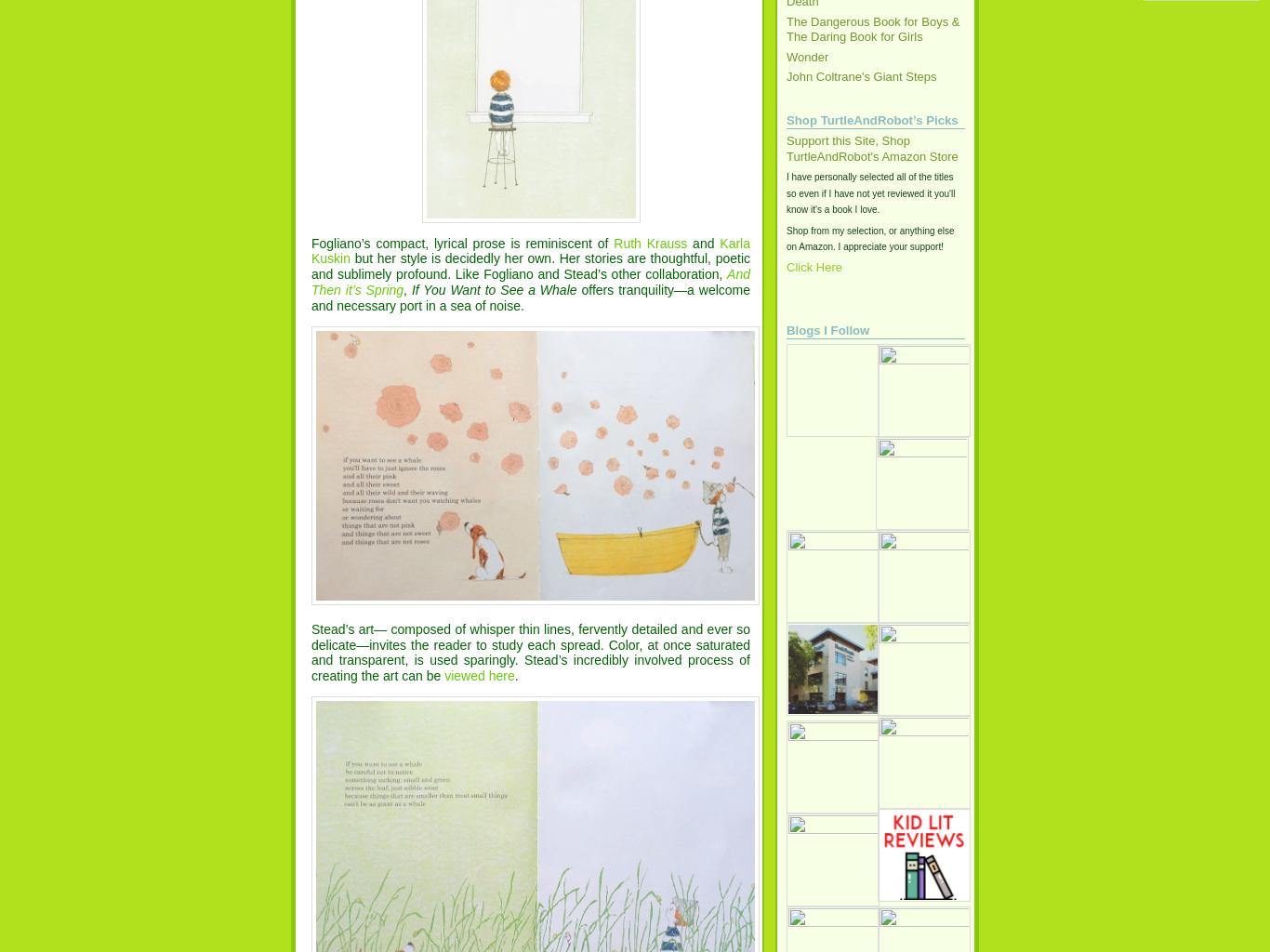 The height and width of the screenshot is (952, 1270). I want to click on 'Fogliano’s compact, lyrical prose is reminiscent of', so click(462, 243).